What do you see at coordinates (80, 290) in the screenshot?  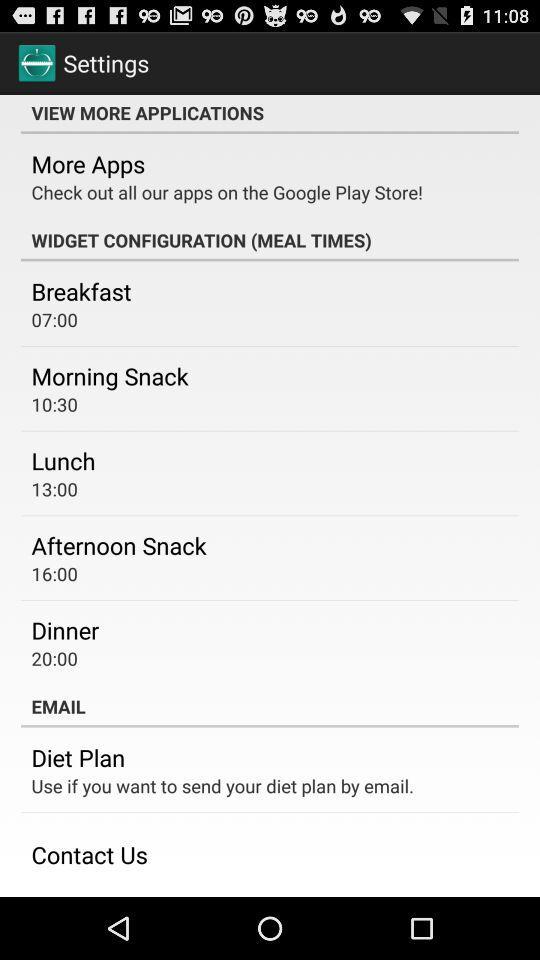 I see `item above 07:00 item` at bounding box center [80, 290].